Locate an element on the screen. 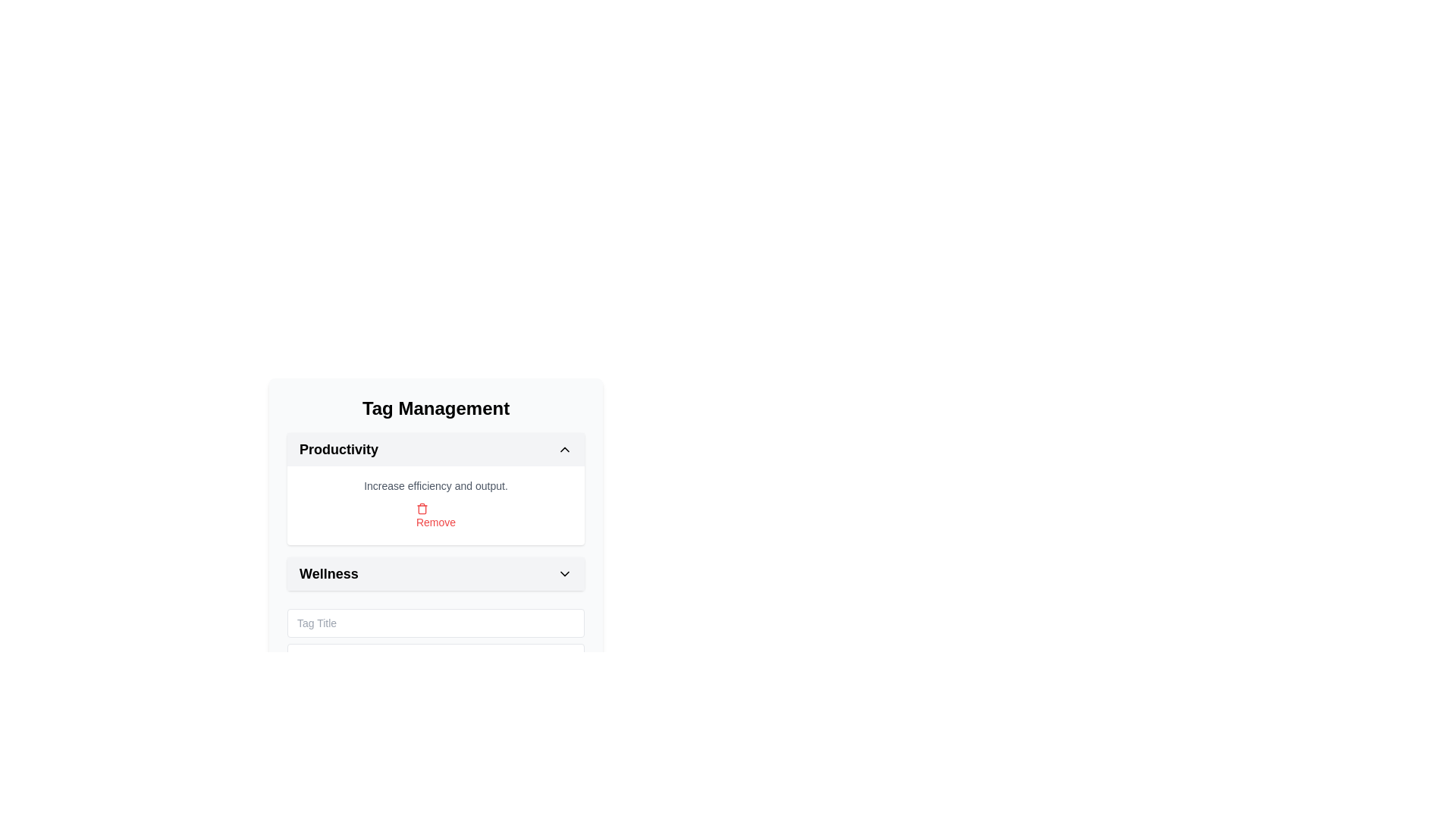 Image resolution: width=1456 pixels, height=819 pixels. the button that allows users to remove associated content or tag from the list in the 'Productivity' section of the 'Tag Management' interface, located below 'Increase efficiency and output.' is located at coordinates (435, 516).